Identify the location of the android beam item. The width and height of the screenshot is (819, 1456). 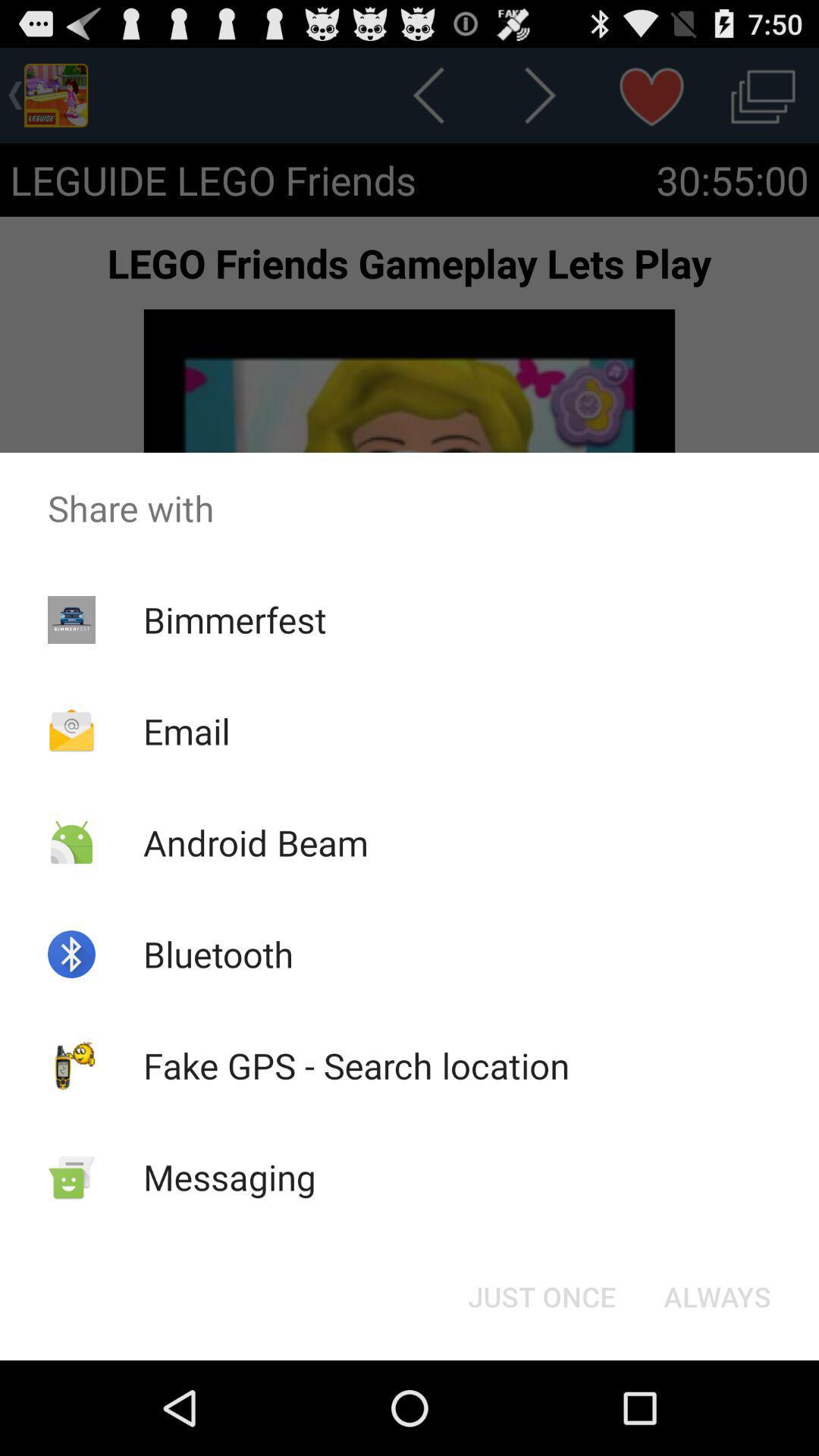
(255, 842).